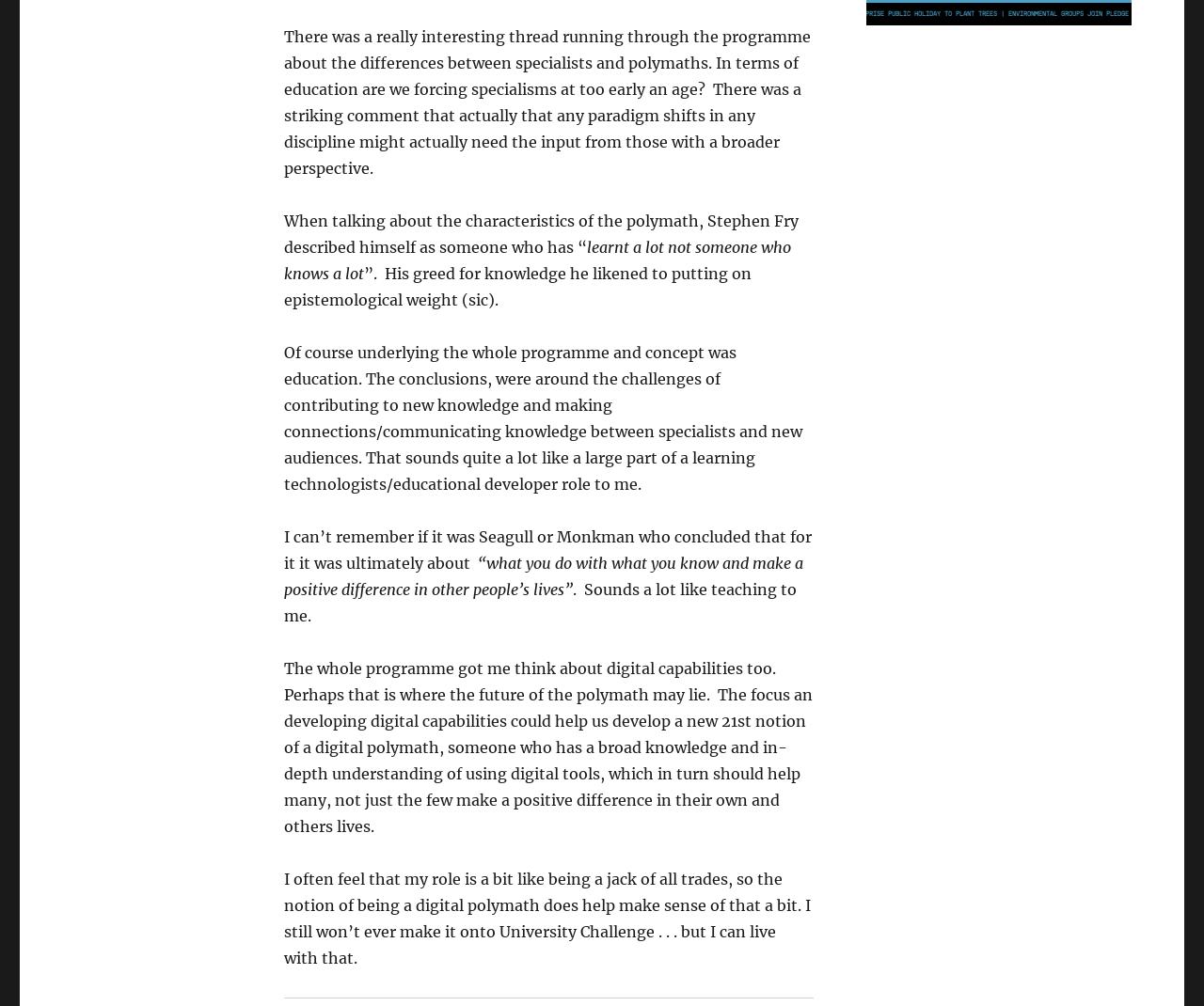 This screenshot has height=1006, width=1204. What do you see at coordinates (547, 548) in the screenshot?
I see `'I can’t remember if it was Seagull or Monkman who concluded that for it it was ultimately about'` at bounding box center [547, 548].